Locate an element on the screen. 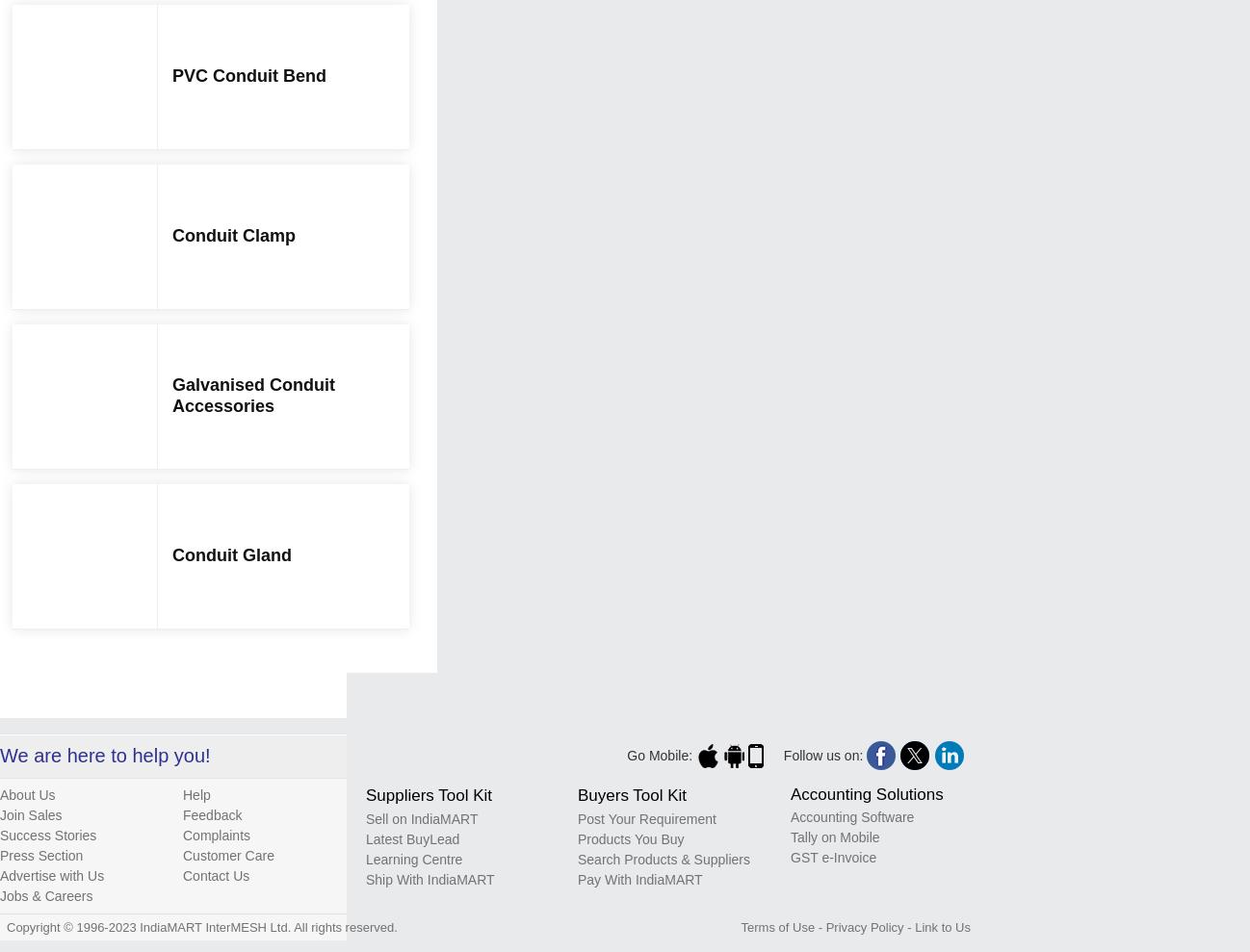  'Link to Us' is located at coordinates (942, 926).